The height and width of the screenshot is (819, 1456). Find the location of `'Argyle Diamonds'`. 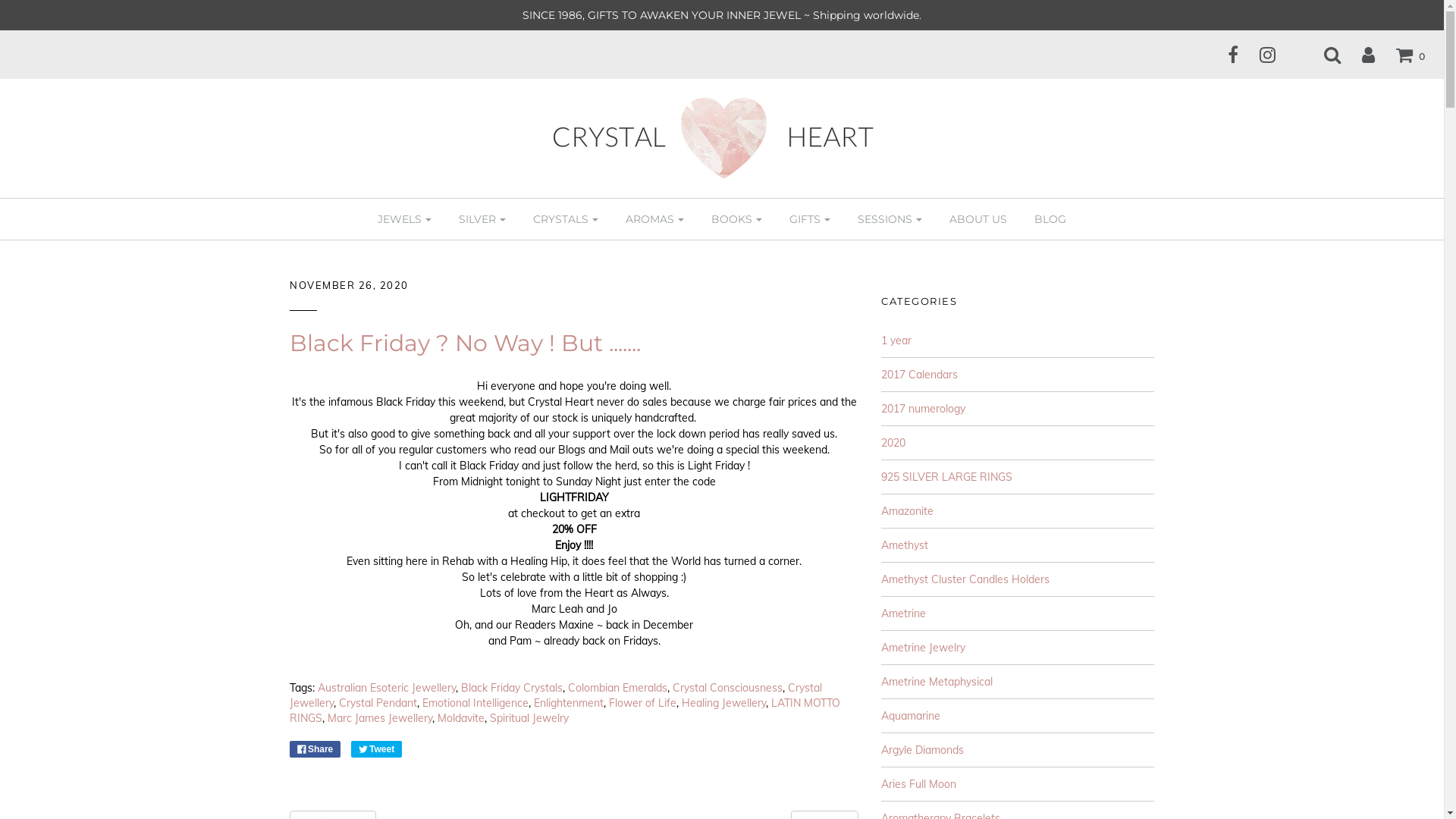

'Argyle Diamonds' is located at coordinates (921, 748).